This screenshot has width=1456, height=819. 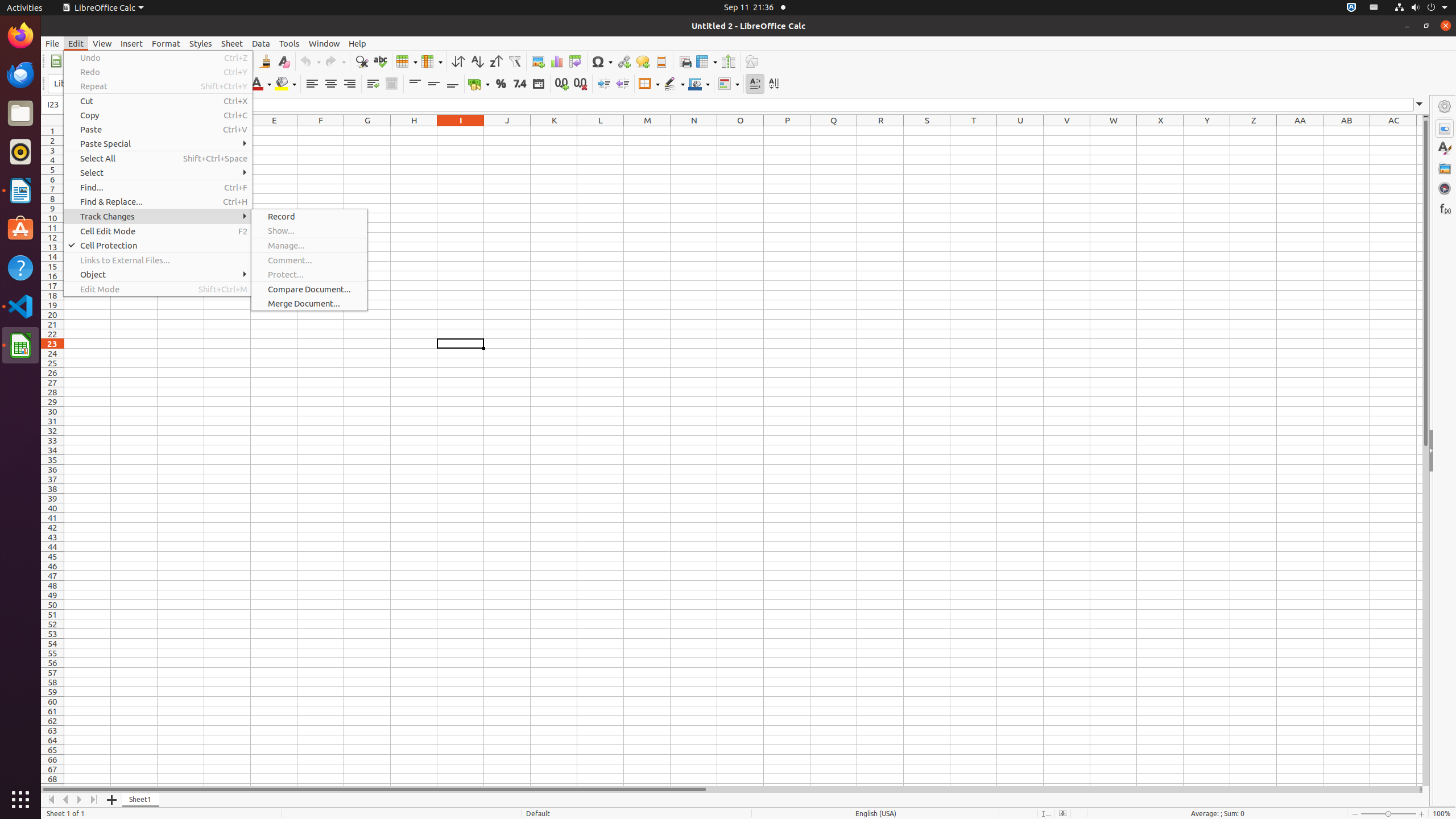 What do you see at coordinates (519, 83) in the screenshot?
I see `'Number'` at bounding box center [519, 83].